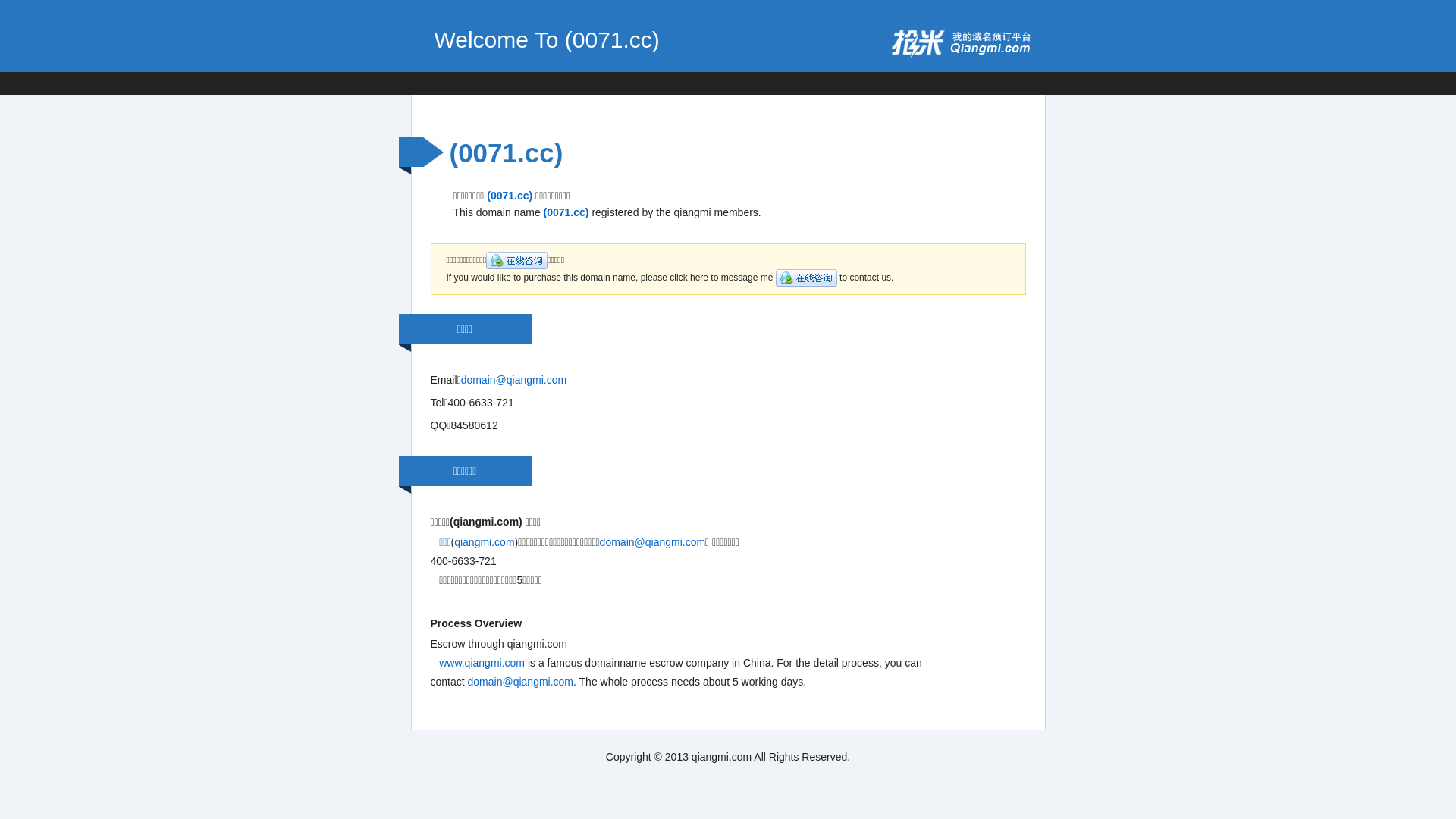  What do you see at coordinates (520, 680) in the screenshot?
I see `'domain@qiangmi.com'` at bounding box center [520, 680].